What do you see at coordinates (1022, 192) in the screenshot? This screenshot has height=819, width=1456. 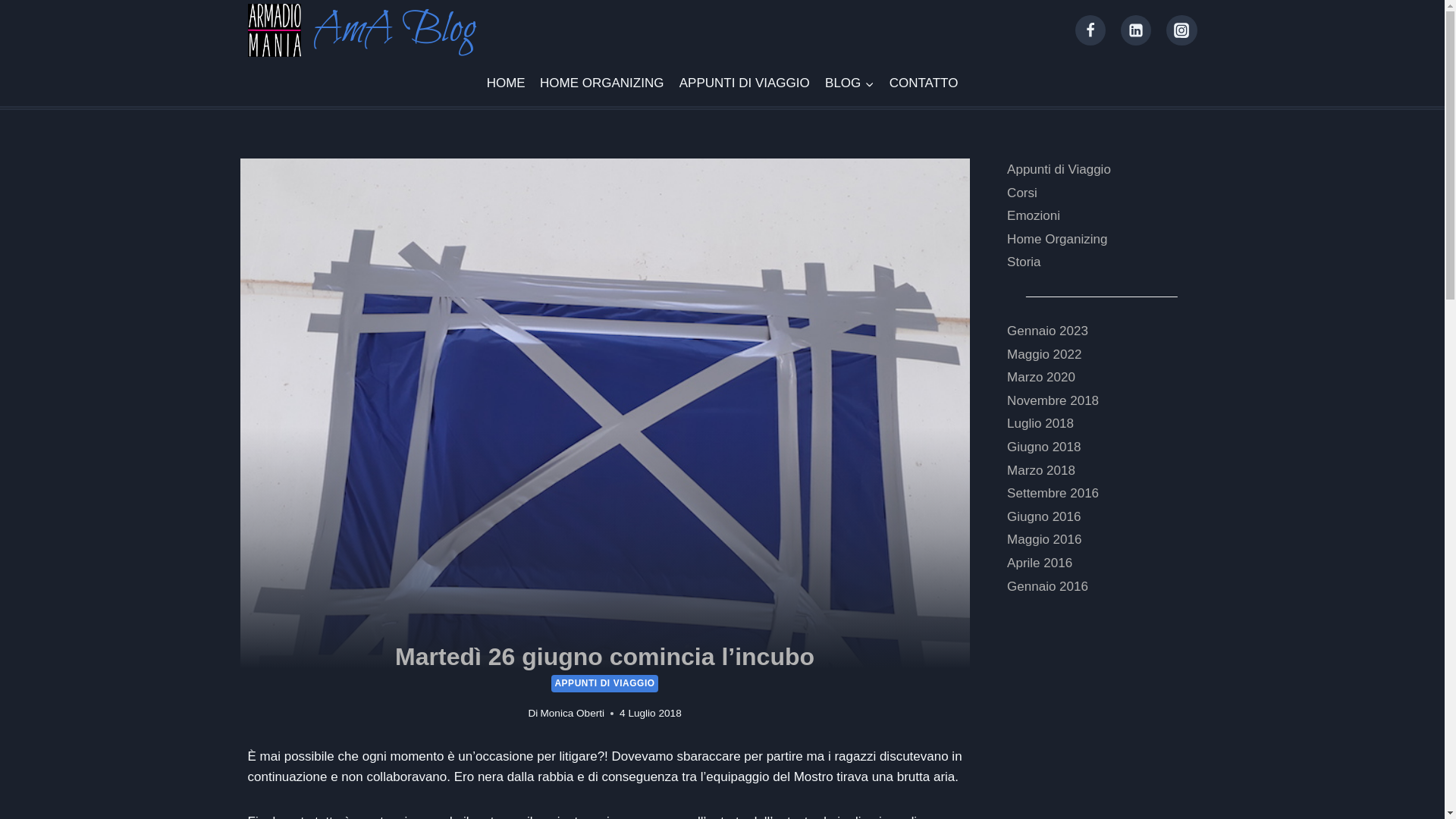 I see `'Corsi'` at bounding box center [1022, 192].